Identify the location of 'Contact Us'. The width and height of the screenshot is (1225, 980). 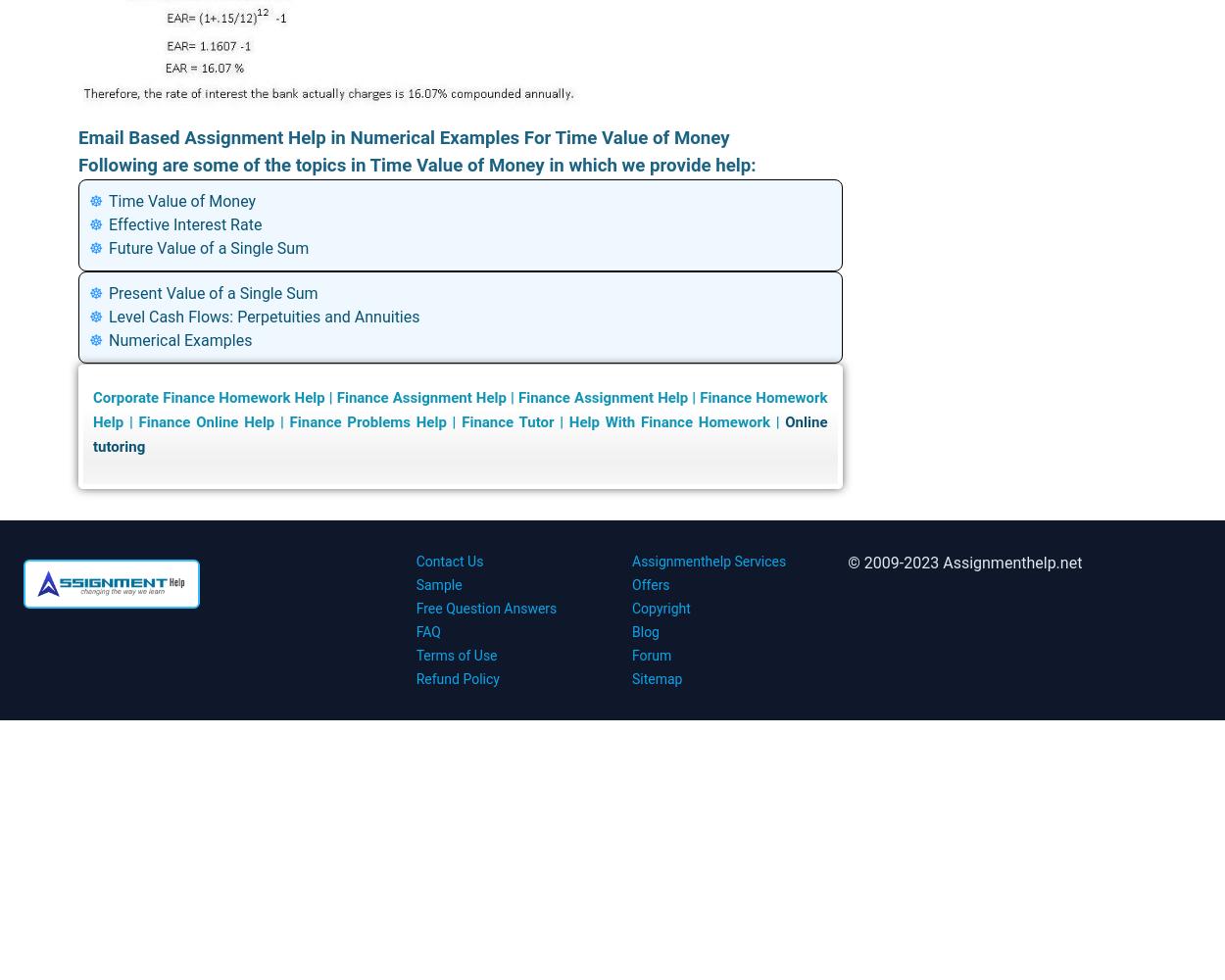
(448, 561).